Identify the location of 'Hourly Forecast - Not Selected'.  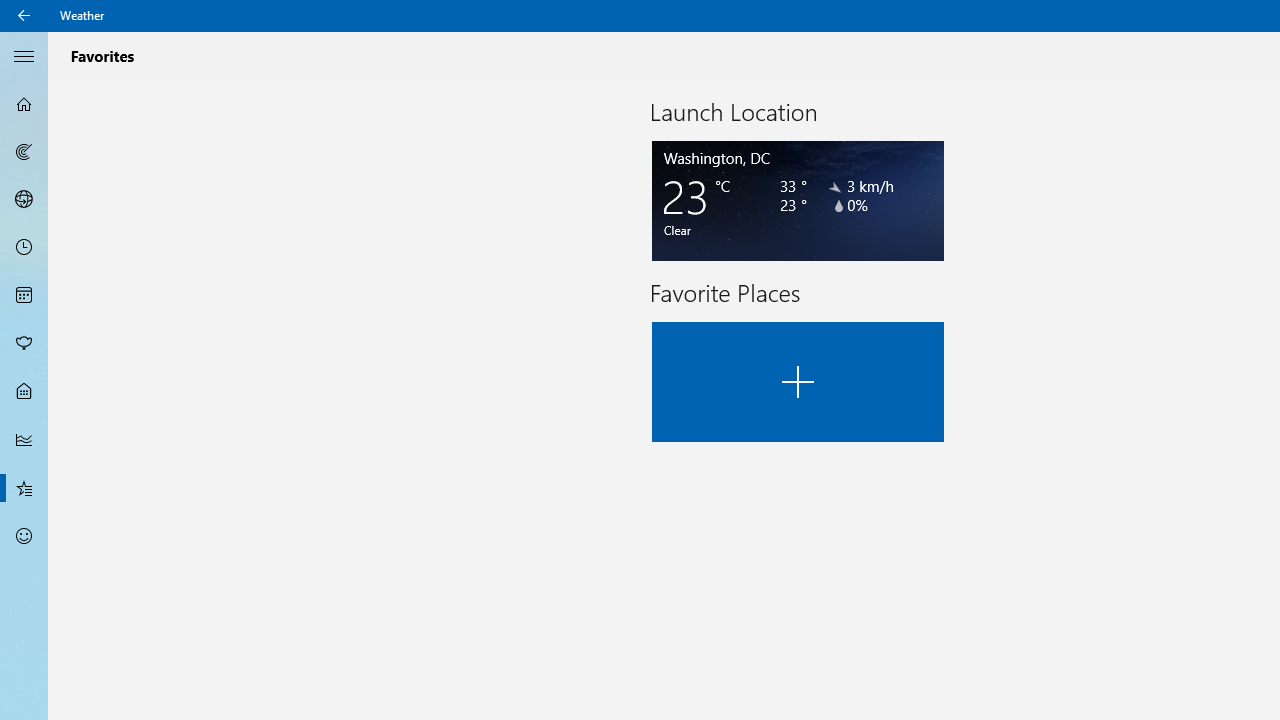
(24, 247).